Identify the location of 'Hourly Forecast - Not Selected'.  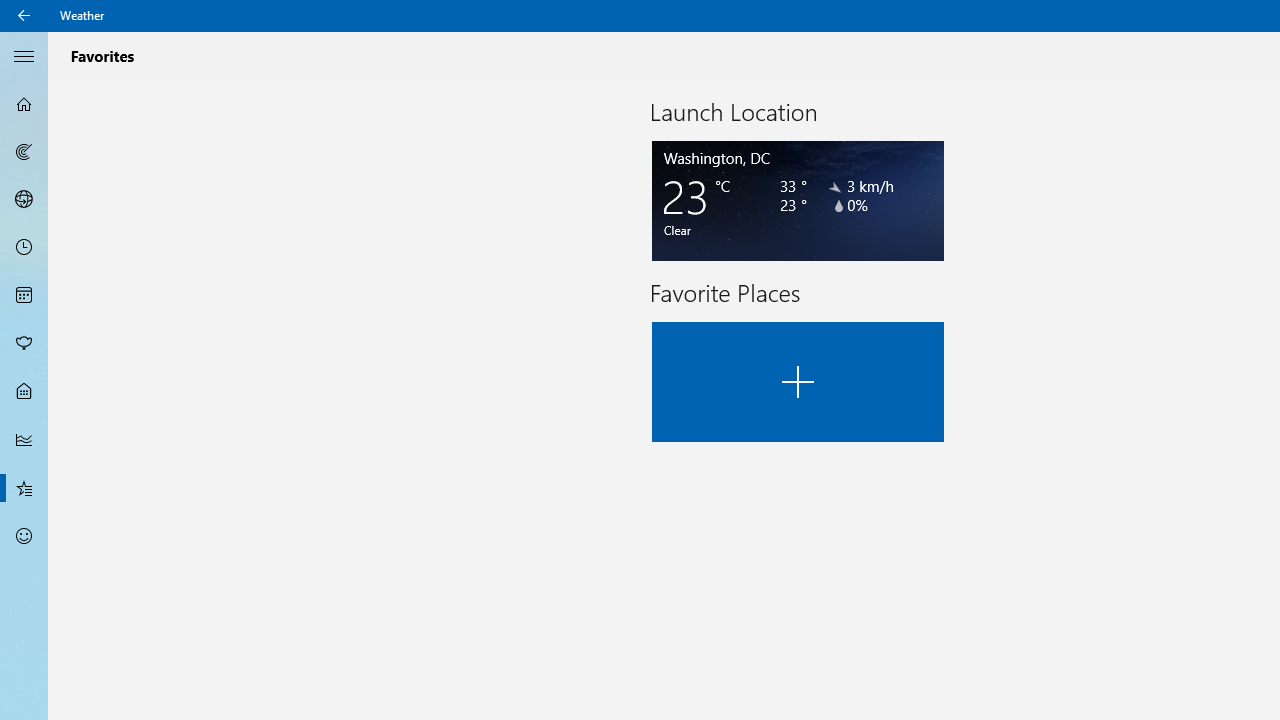
(24, 247).